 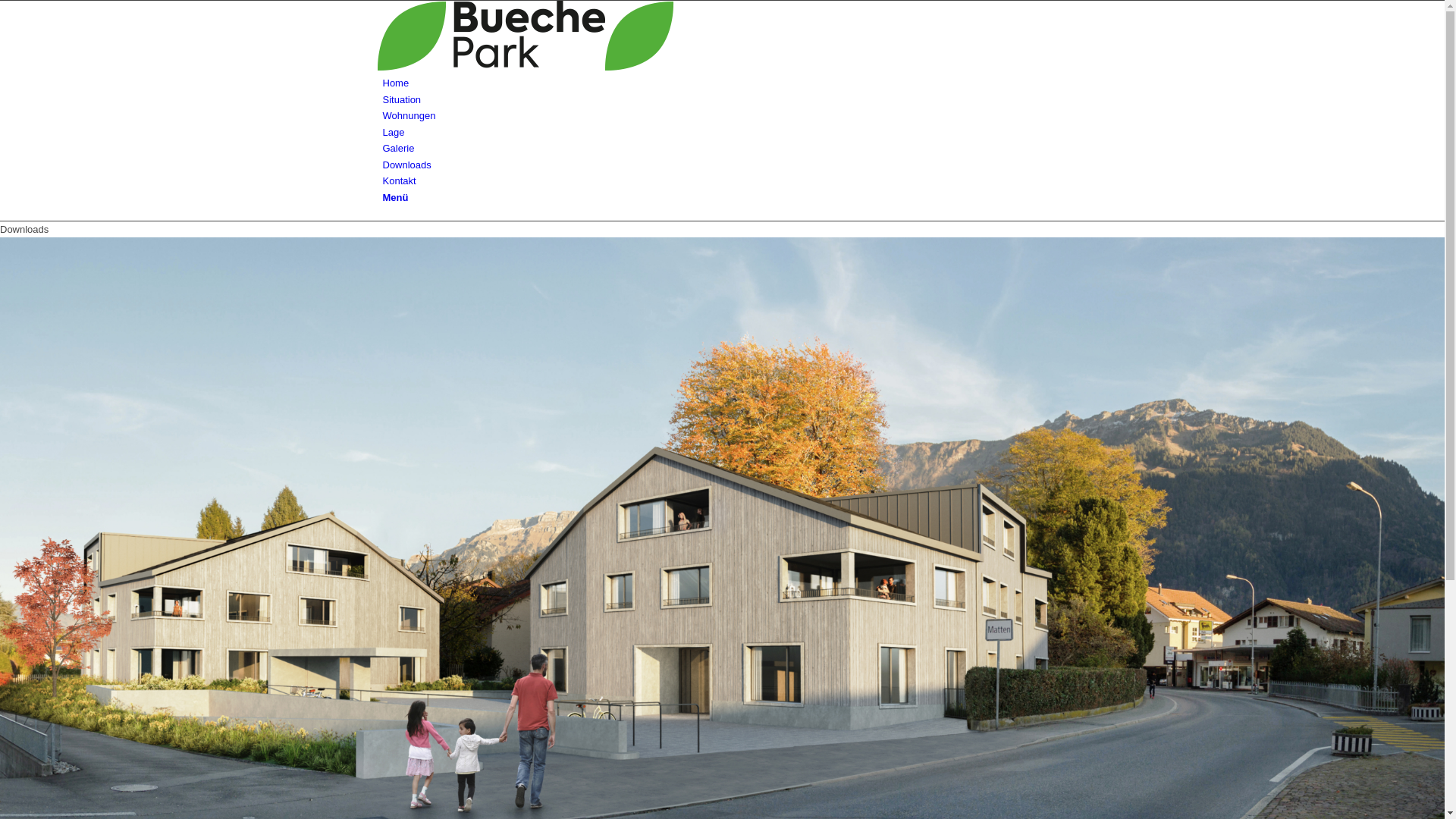 What do you see at coordinates (718, 34) in the screenshot?
I see `'Buechepark Logo 300x92px white'` at bounding box center [718, 34].